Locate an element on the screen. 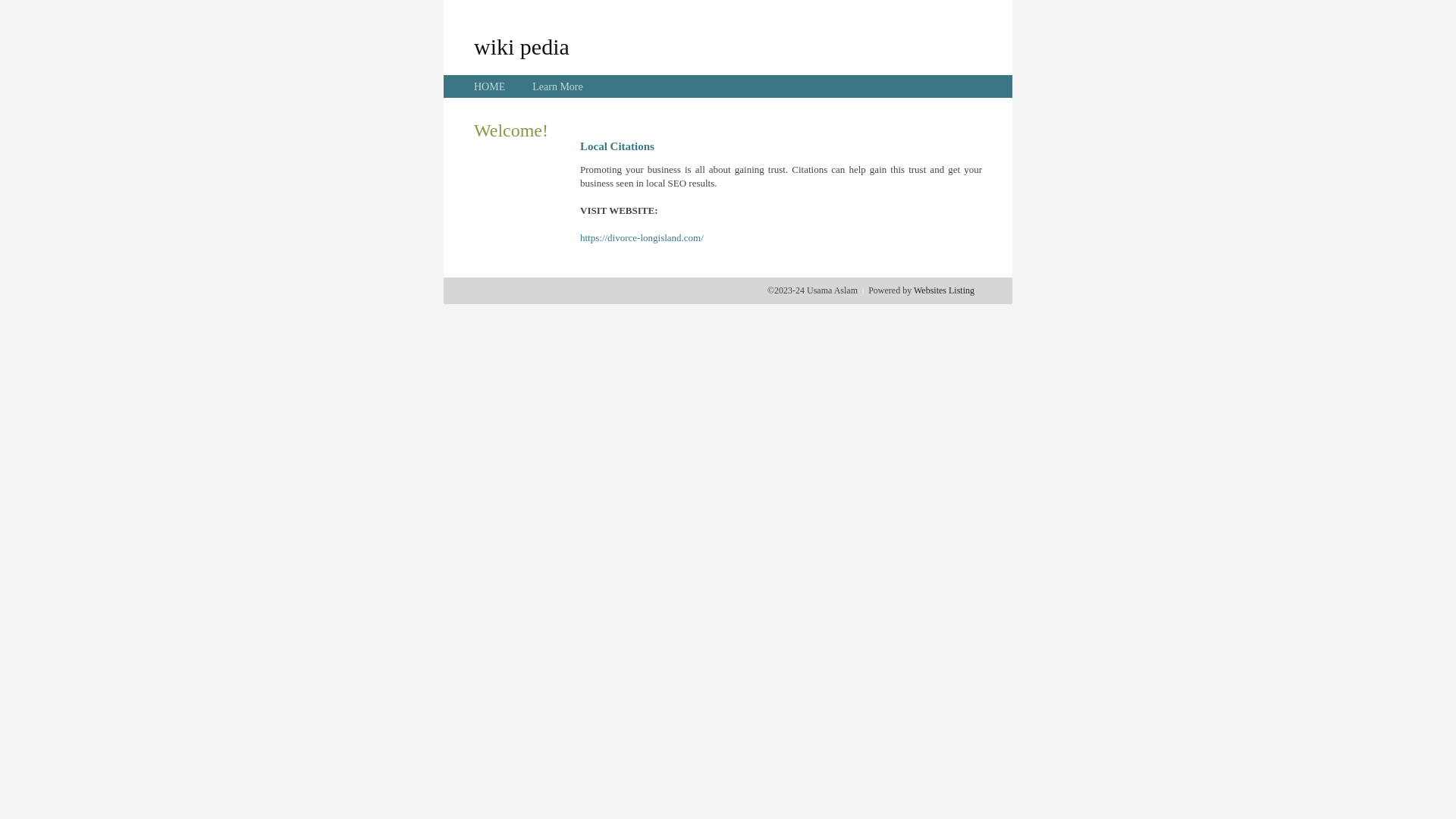 This screenshot has height=819, width=1456. 'https://divorce-longisland.com/' is located at coordinates (642, 237).